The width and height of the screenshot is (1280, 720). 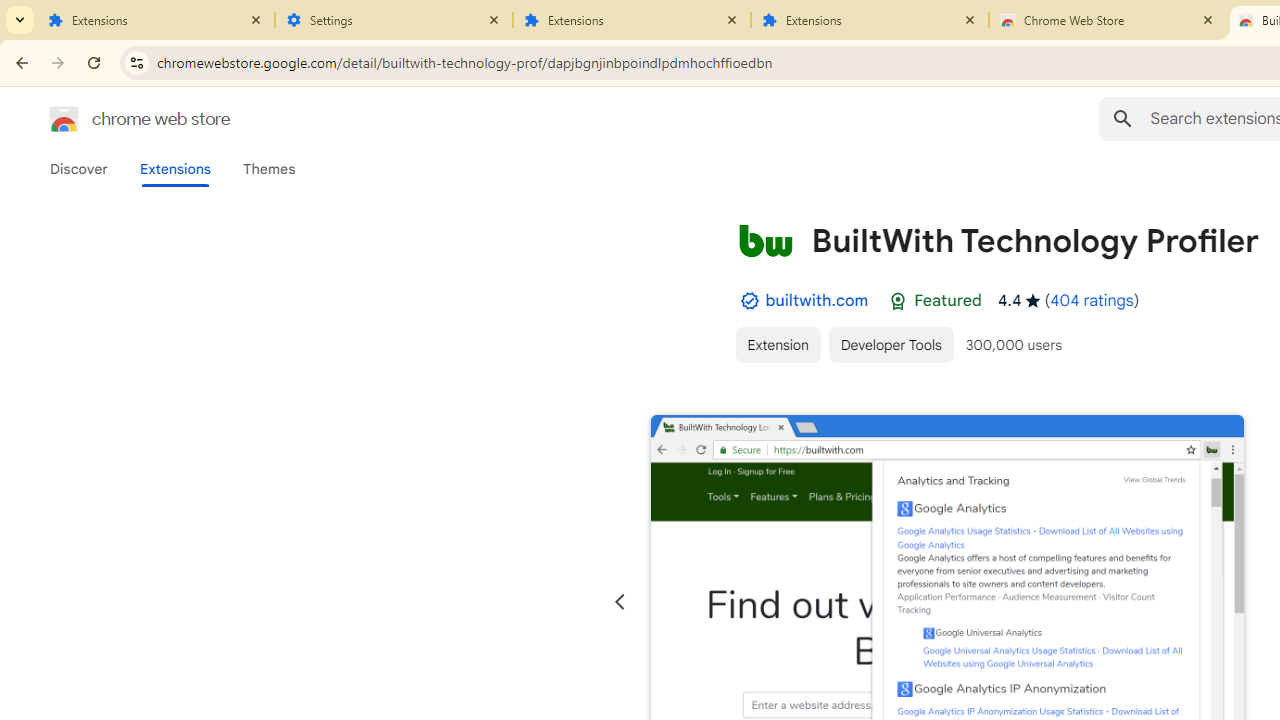 What do you see at coordinates (817, 300) in the screenshot?
I see `'builtwith.com'` at bounding box center [817, 300].